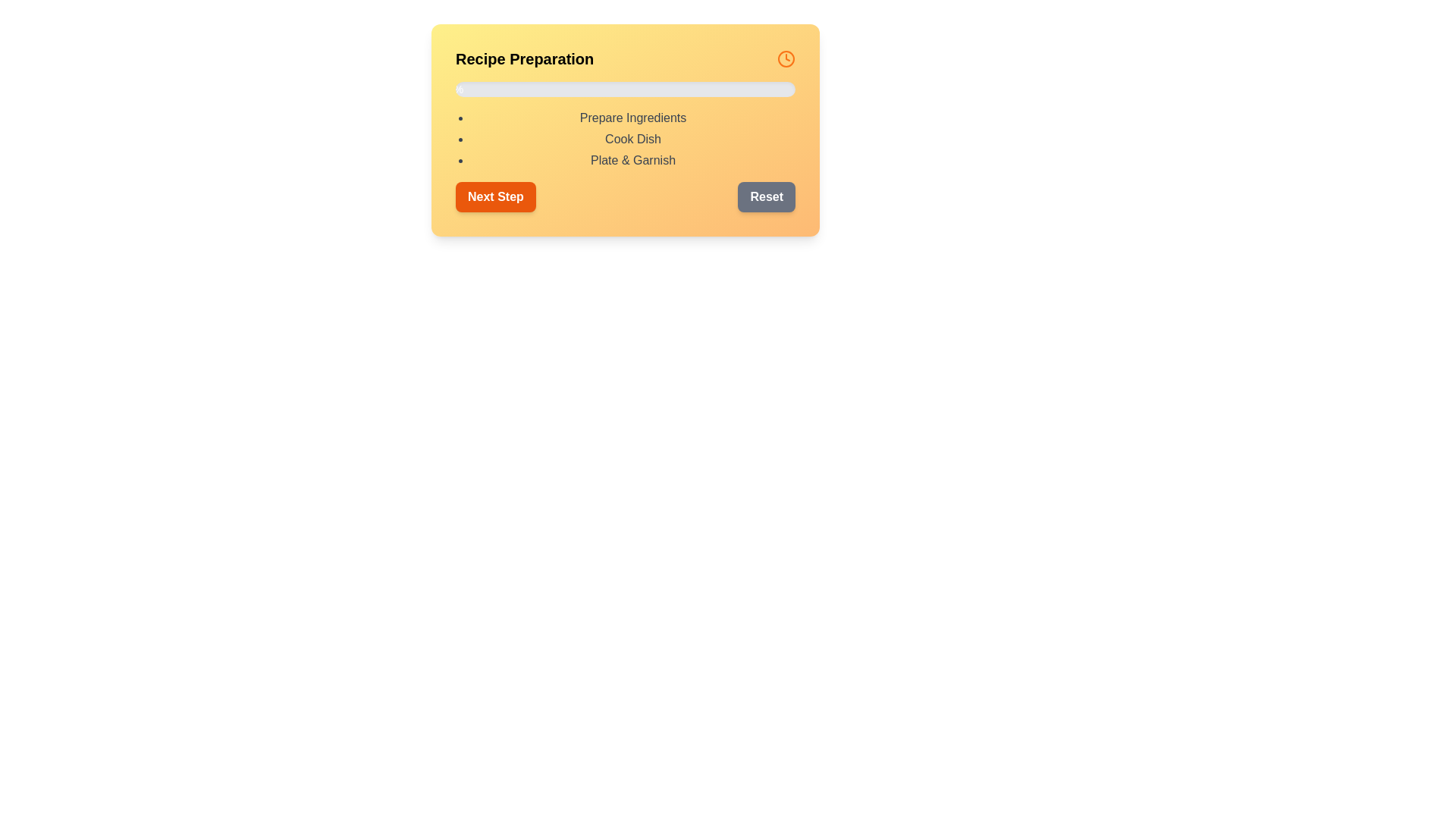 The width and height of the screenshot is (1456, 819). Describe the element at coordinates (786, 58) in the screenshot. I see `the clock icon located at the top-right corner of the 'Recipe Preparation' section, which symbolizes time or duration for the recipe preparation process` at that location.